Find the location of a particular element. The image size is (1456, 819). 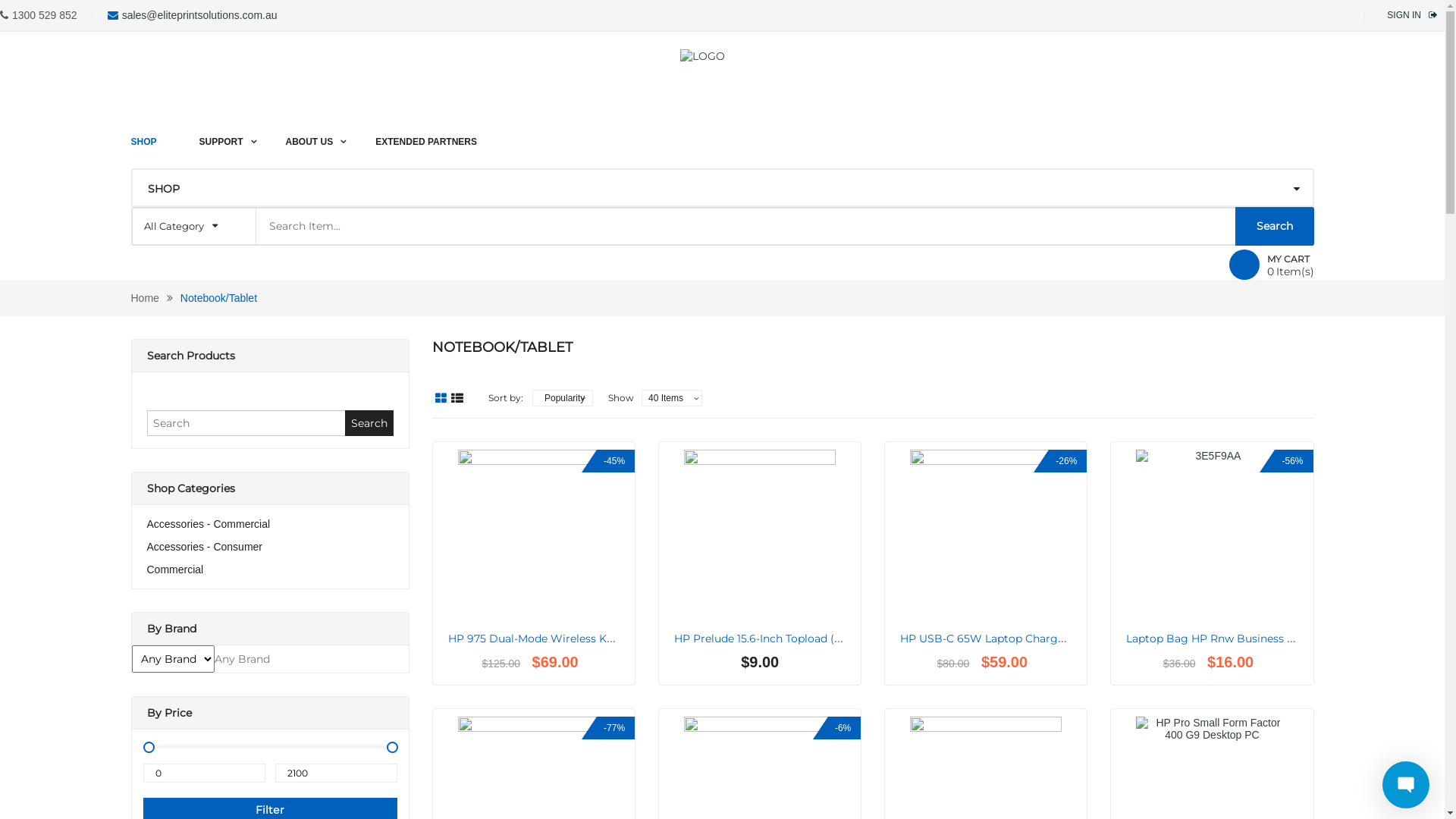

'SIGN IN' is located at coordinates (1404, 15).